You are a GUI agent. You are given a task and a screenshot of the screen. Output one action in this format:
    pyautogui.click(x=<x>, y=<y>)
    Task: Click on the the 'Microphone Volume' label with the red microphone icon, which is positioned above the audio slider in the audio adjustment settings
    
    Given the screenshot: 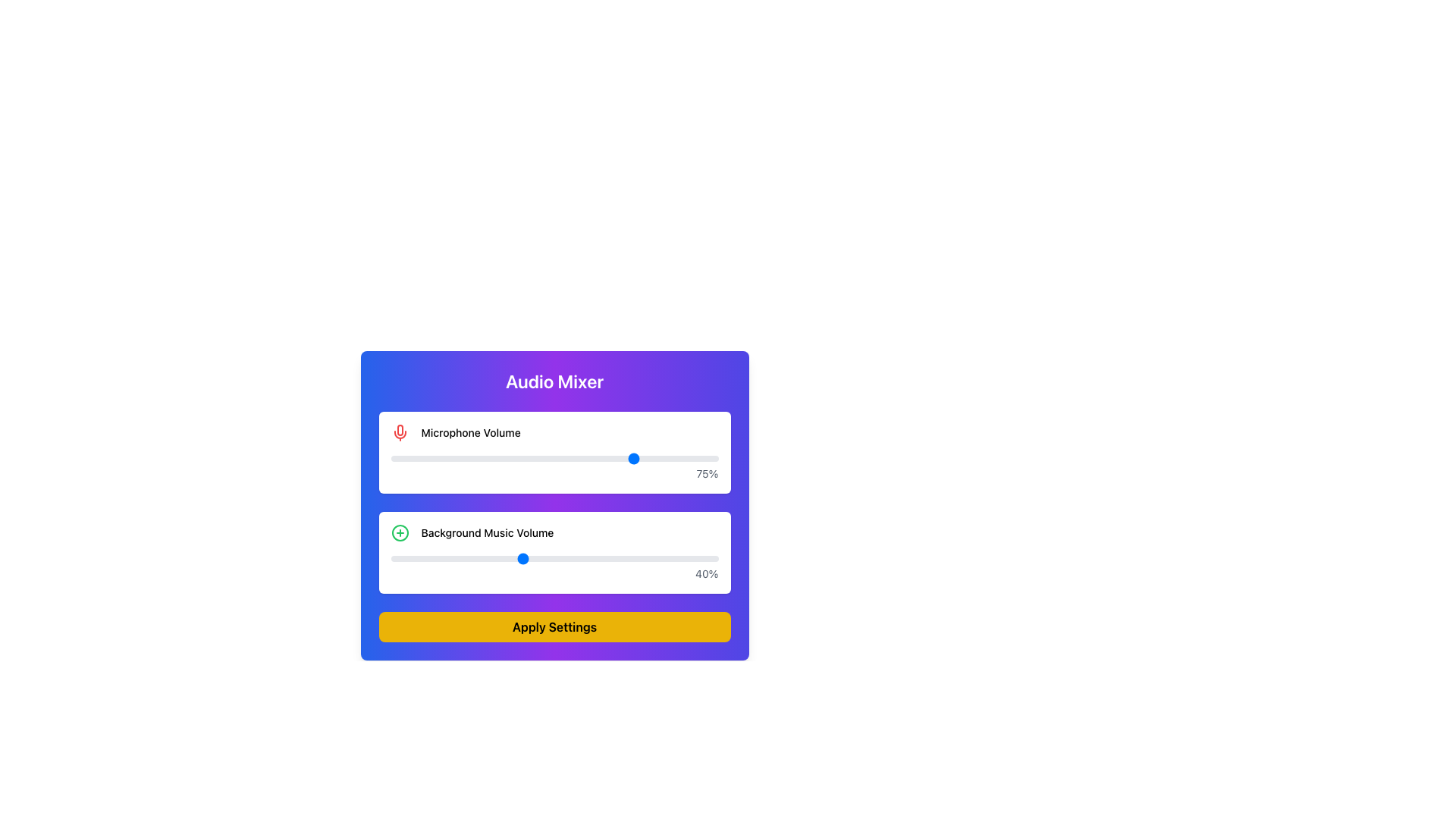 What is the action you would take?
    pyautogui.click(x=554, y=432)
    